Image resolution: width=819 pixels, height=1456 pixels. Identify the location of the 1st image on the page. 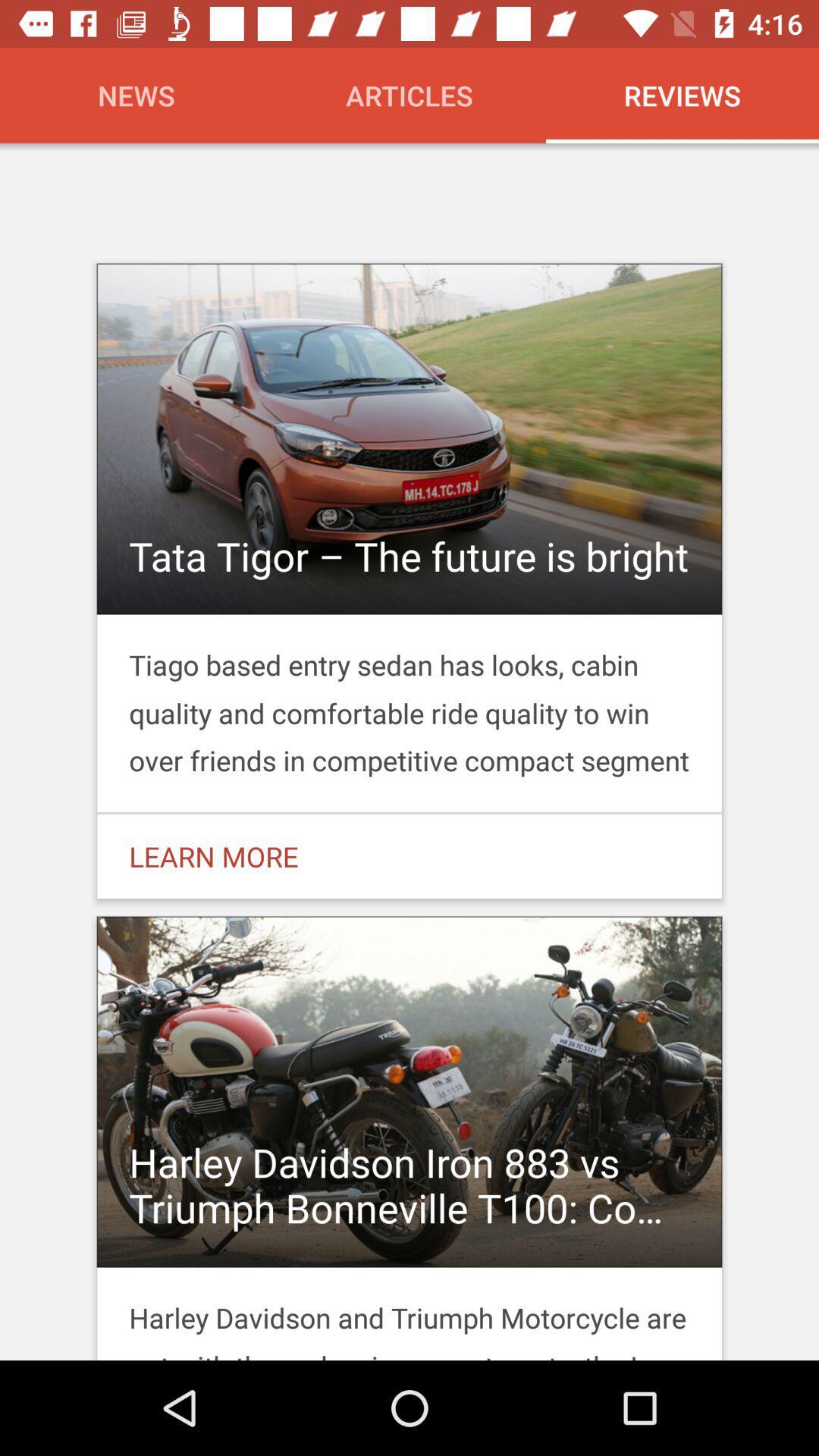
(409, 580).